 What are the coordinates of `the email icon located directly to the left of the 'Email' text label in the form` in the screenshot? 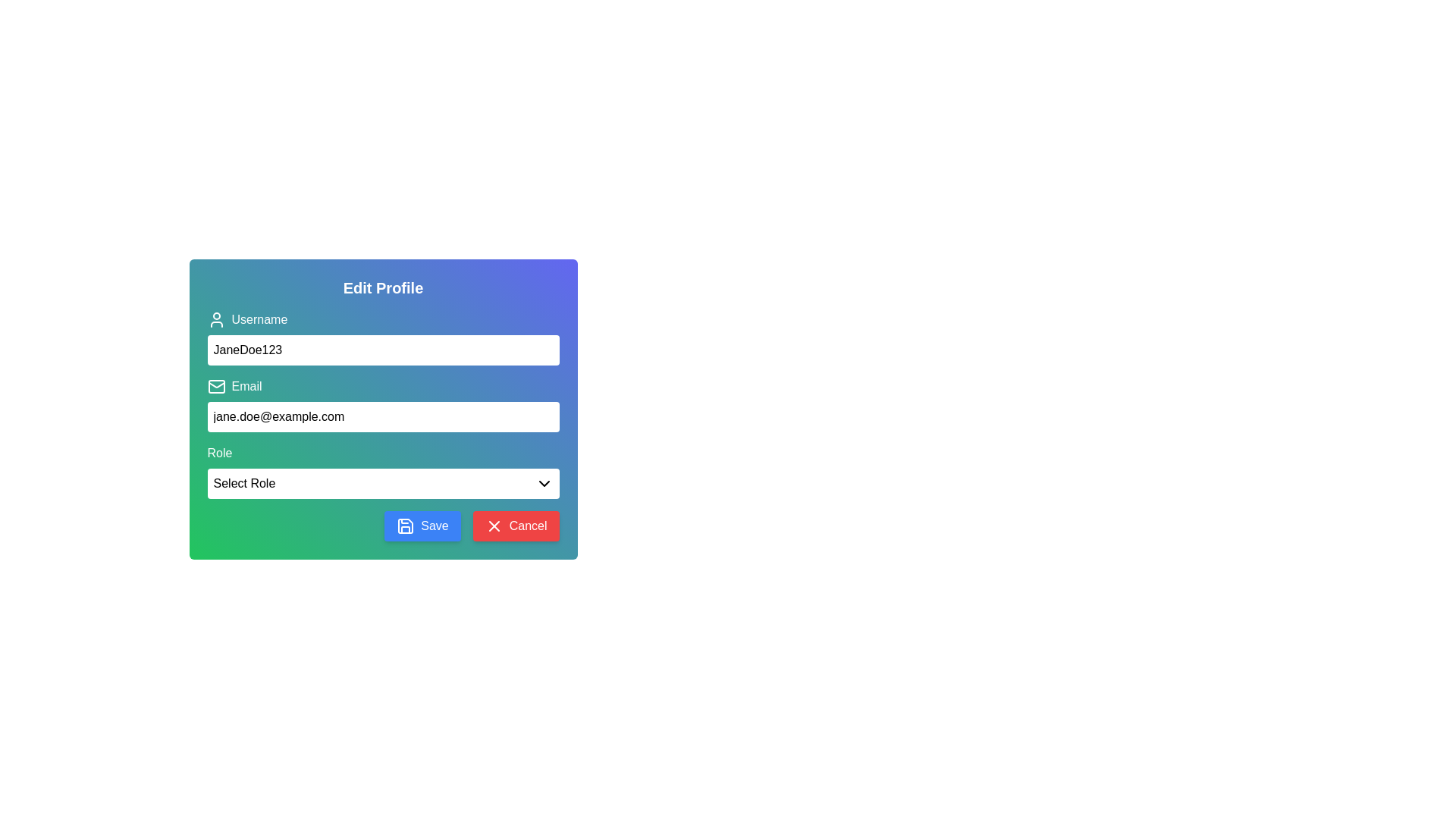 It's located at (215, 385).